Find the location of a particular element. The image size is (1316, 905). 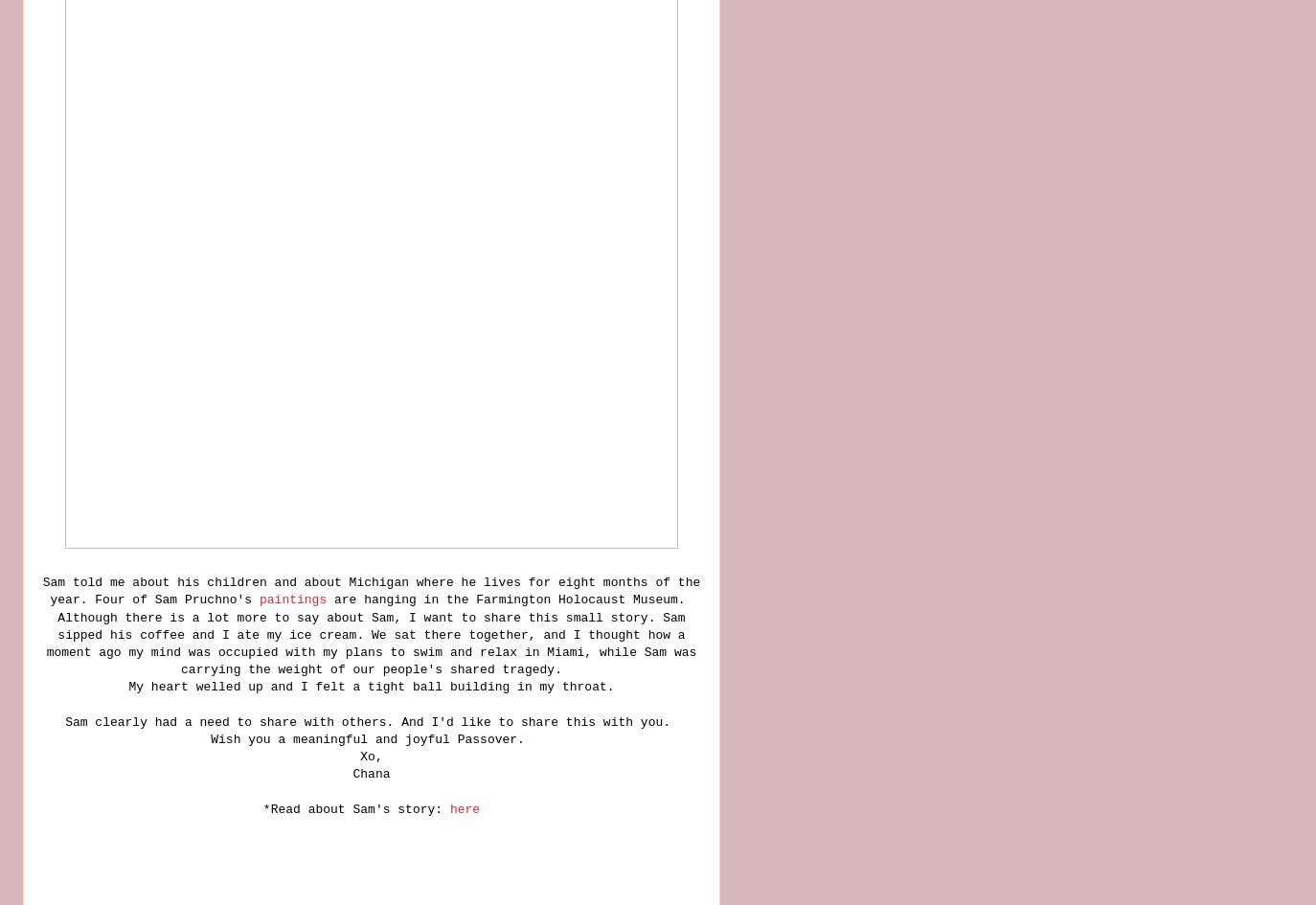

'Farmington' is located at coordinates (475, 599).